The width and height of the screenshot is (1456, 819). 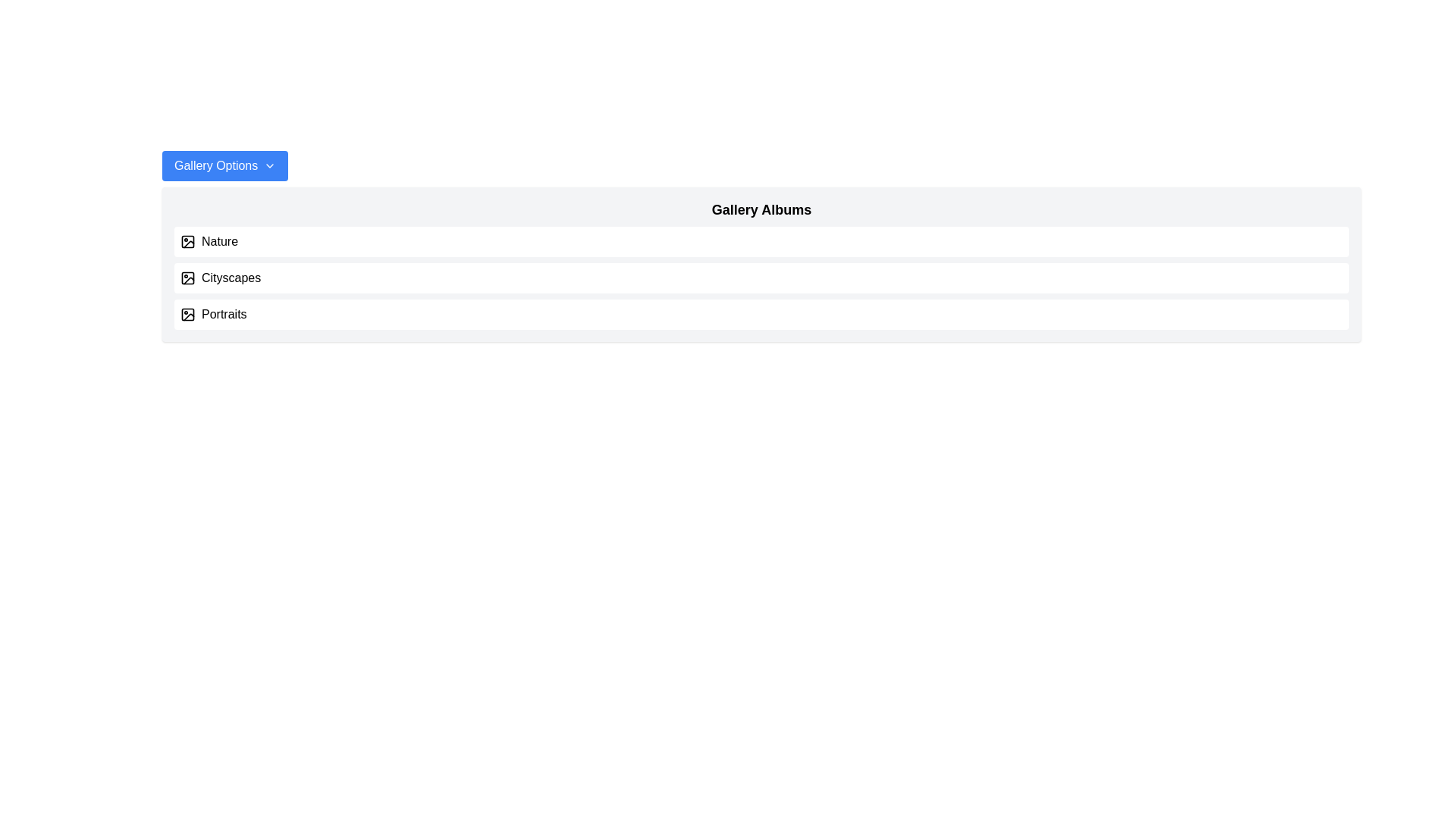 What do you see at coordinates (761, 314) in the screenshot?
I see `the album Portraits from the list` at bounding box center [761, 314].